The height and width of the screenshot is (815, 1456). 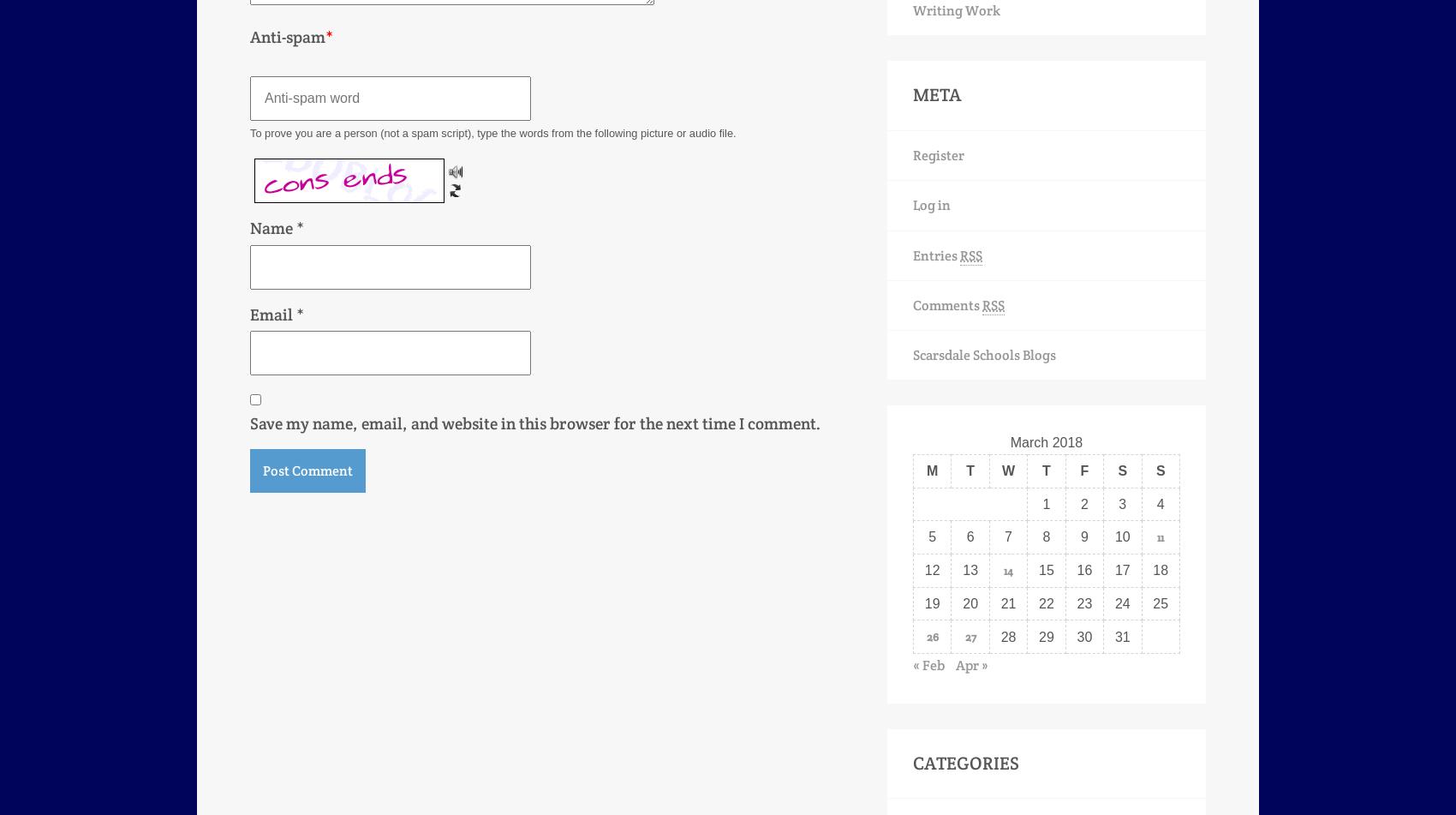 I want to click on 'Name', so click(x=272, y=227).